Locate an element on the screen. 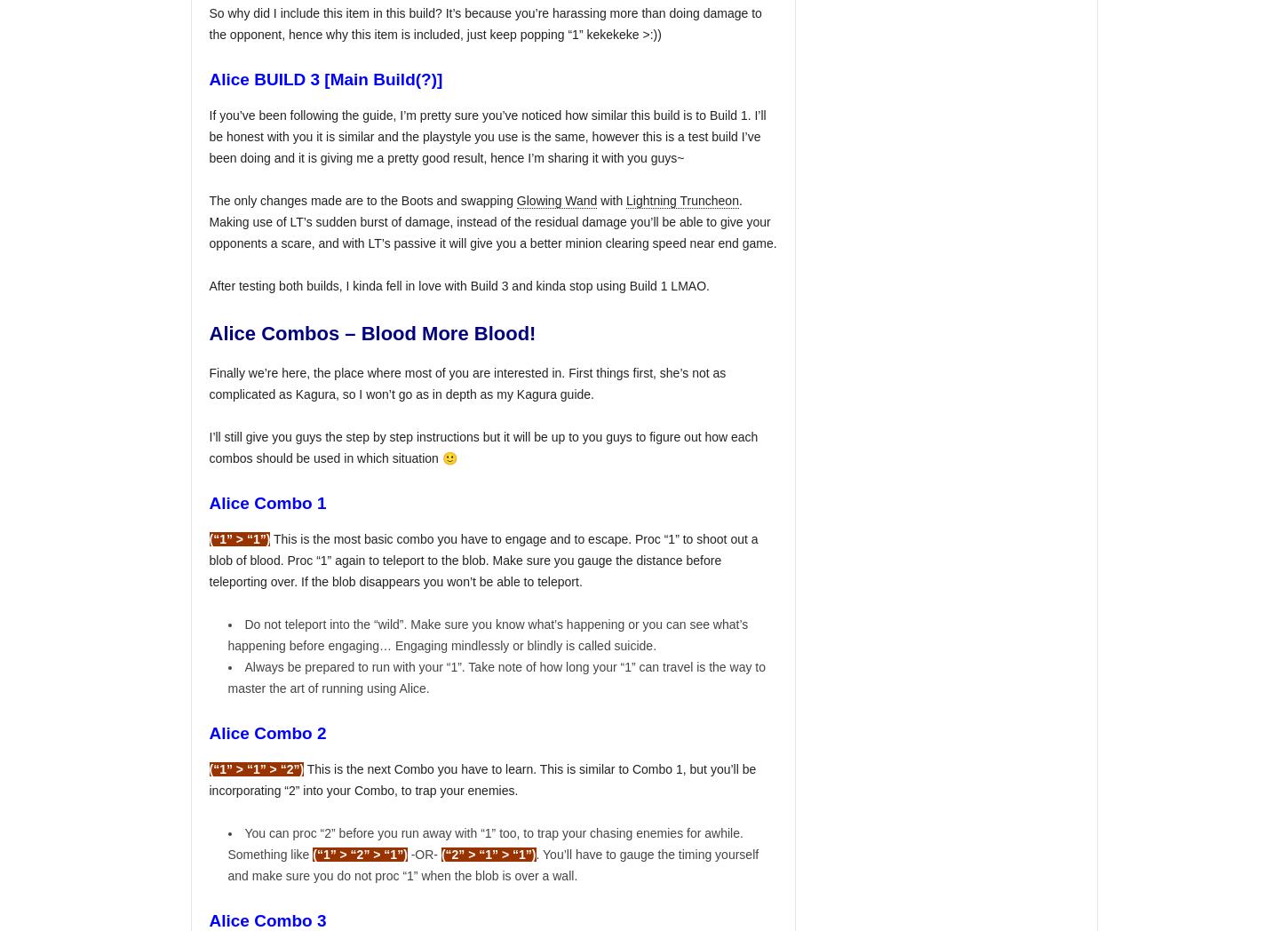 The height and width of the screenshot is (931, 1288). 'This is the next Combo you have to learn. This is similar to Combo 1, but you’ll be incorporating “2” into your Combo, to trap your enemies.' is located at coordinates (482, 779).